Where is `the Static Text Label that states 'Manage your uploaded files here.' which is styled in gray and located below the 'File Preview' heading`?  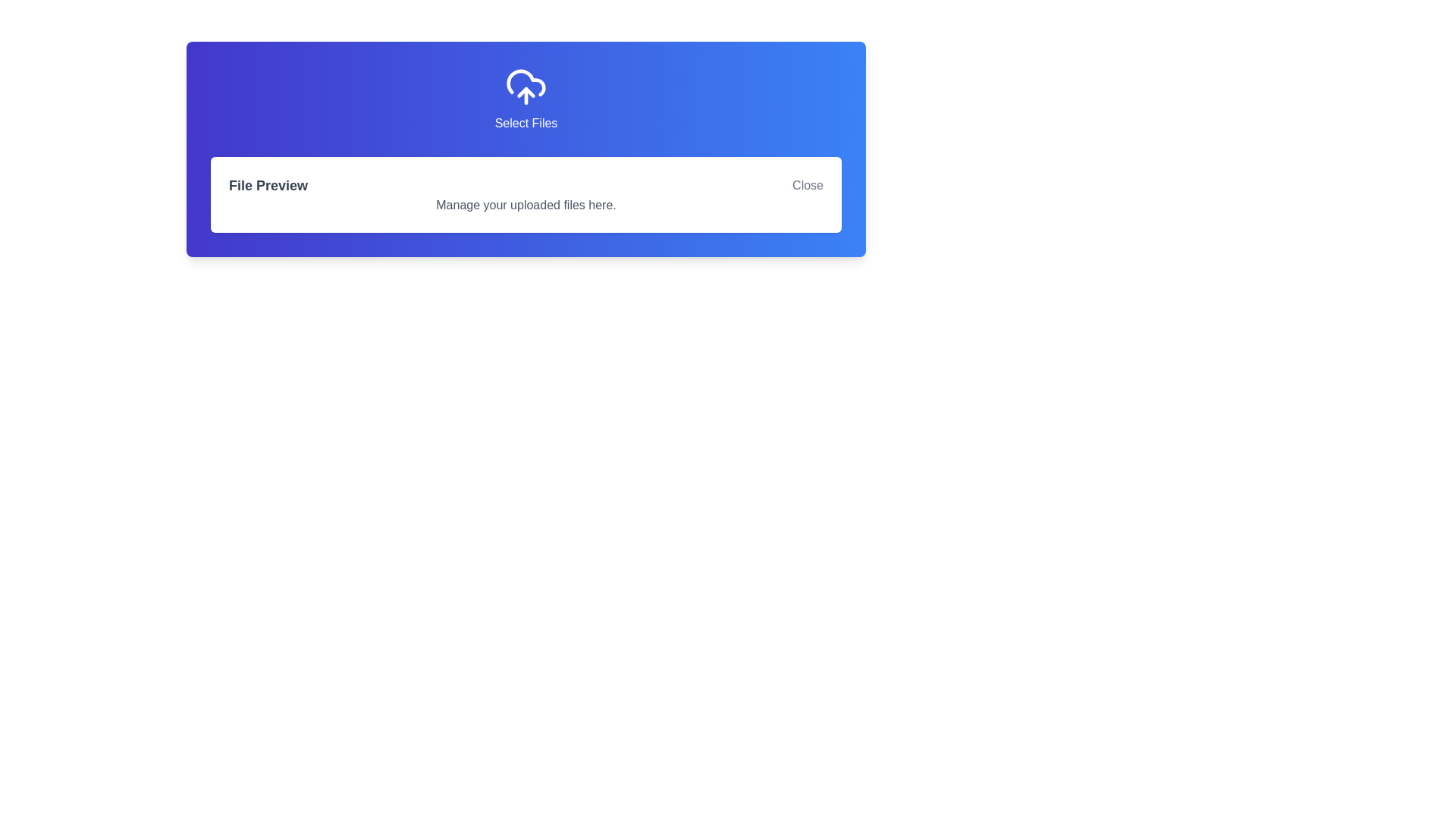 the Static Text Label that states 'Manage your uploaded files here.' which is styled in gray and located below the 'File Preview' heading is located at coordinates (526, 205).